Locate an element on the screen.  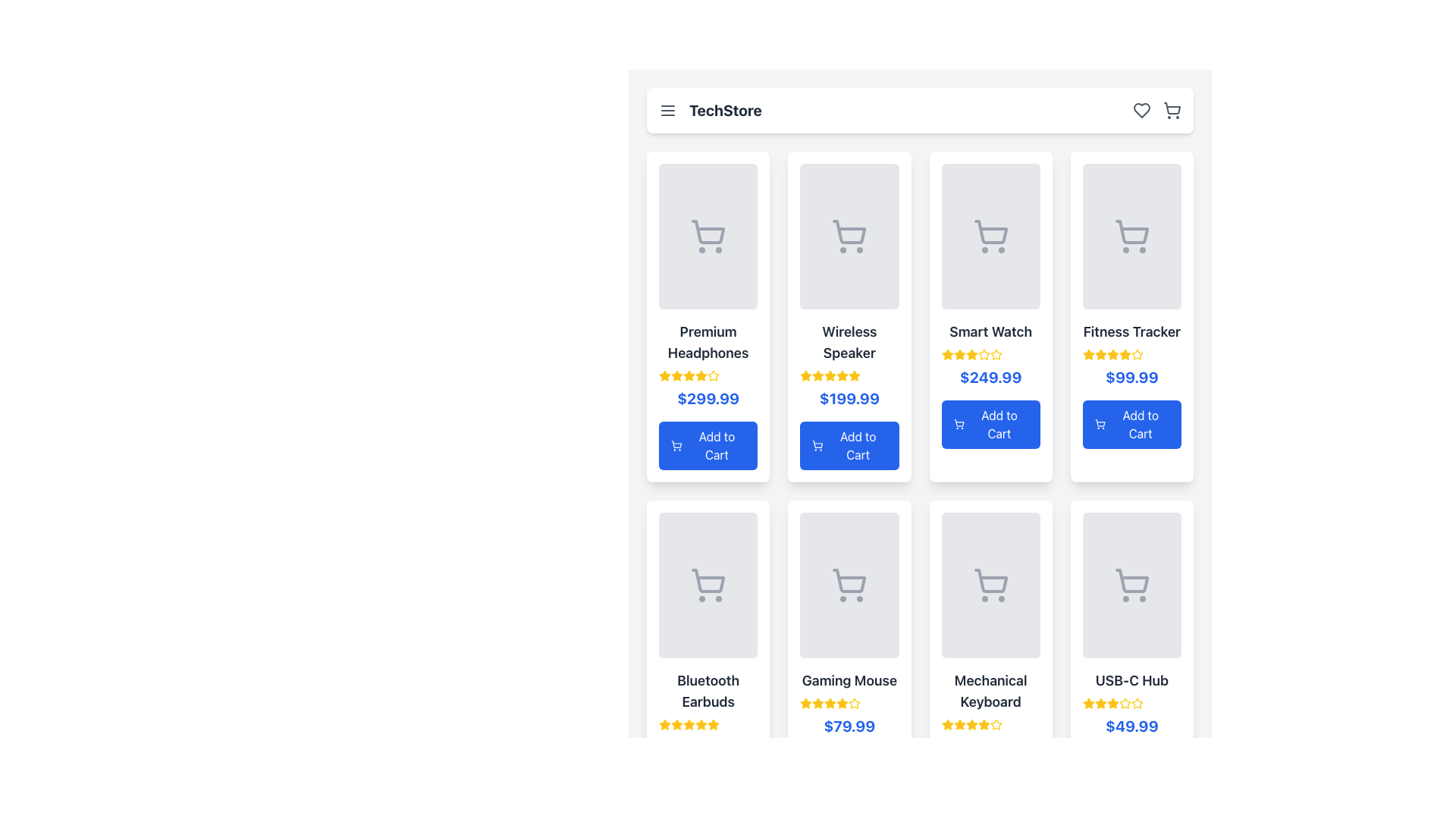
the third star in the rating series above the price '$79.99' to change the rating to three stars is located at coordinates (959, 723).